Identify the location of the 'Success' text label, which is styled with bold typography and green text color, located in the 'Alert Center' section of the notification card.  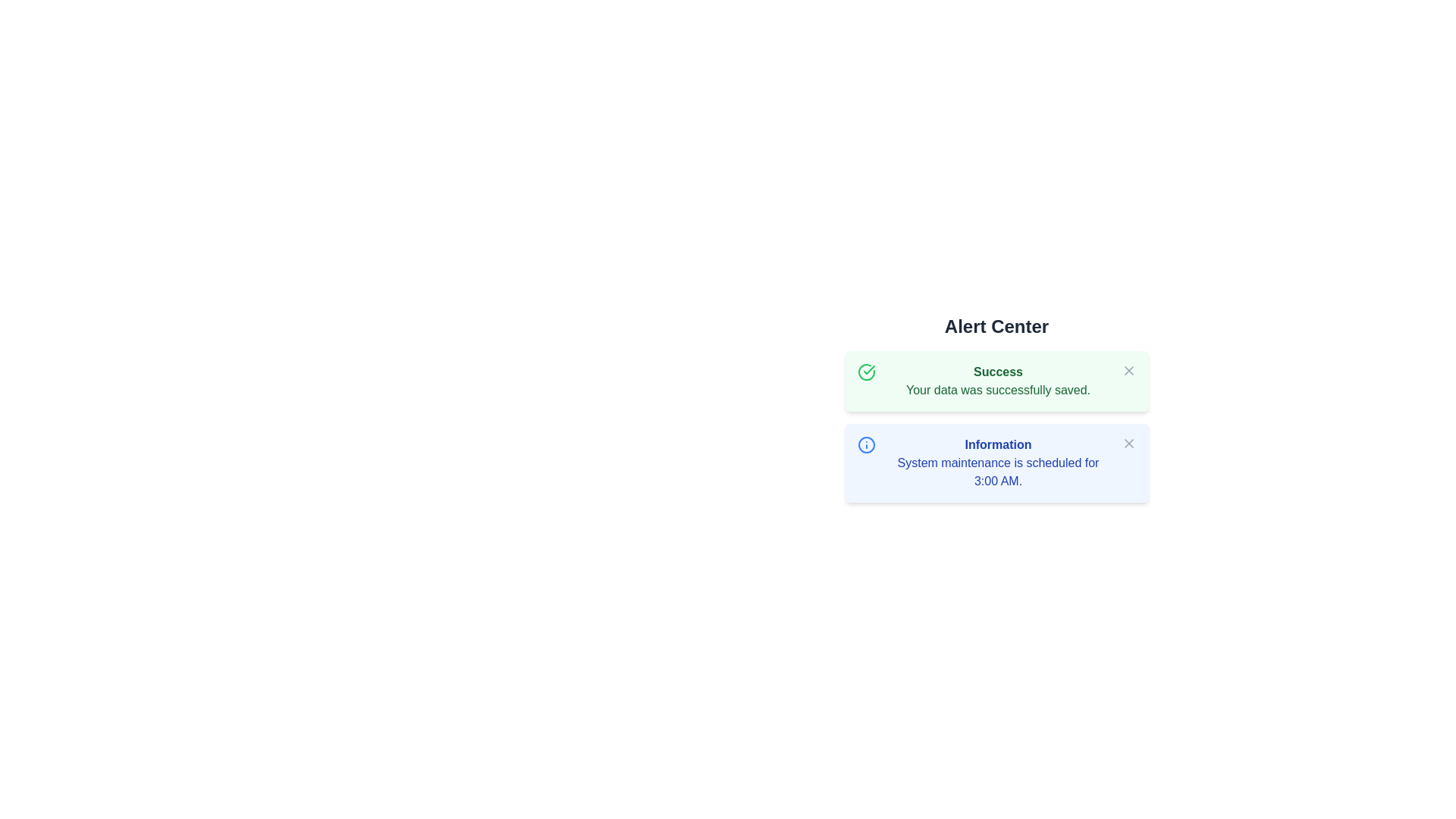
(998, 372).